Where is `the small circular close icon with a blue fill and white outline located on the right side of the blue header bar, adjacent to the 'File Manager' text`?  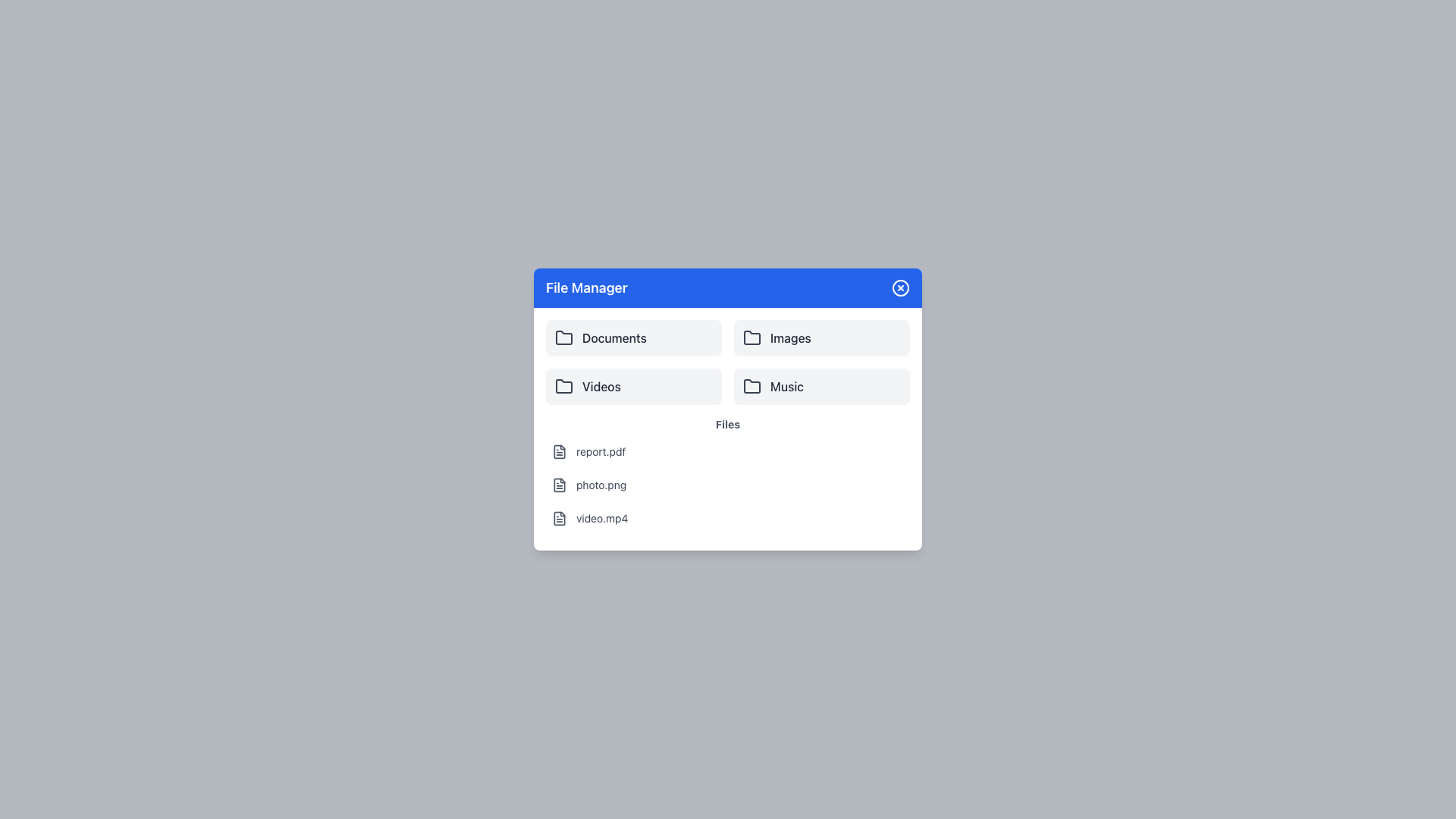 the small circular close icon with a blue fill and white outline located on the right side of the blue header bar, adjacent to the 'File Manager' text is located at coordinates (901, 288).